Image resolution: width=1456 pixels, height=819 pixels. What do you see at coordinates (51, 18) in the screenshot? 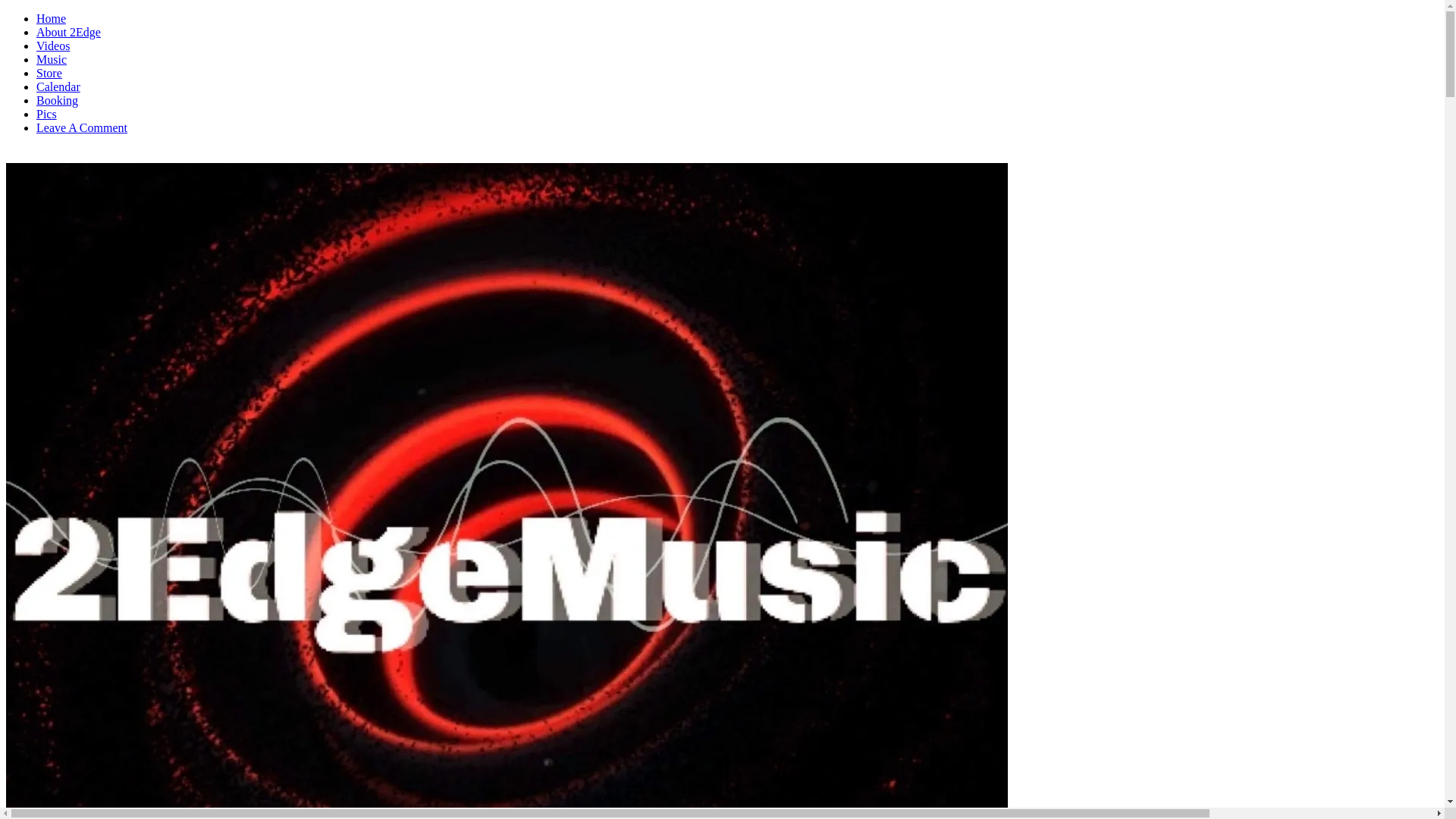
I see `'Home'` at bounding box center [51, 18].